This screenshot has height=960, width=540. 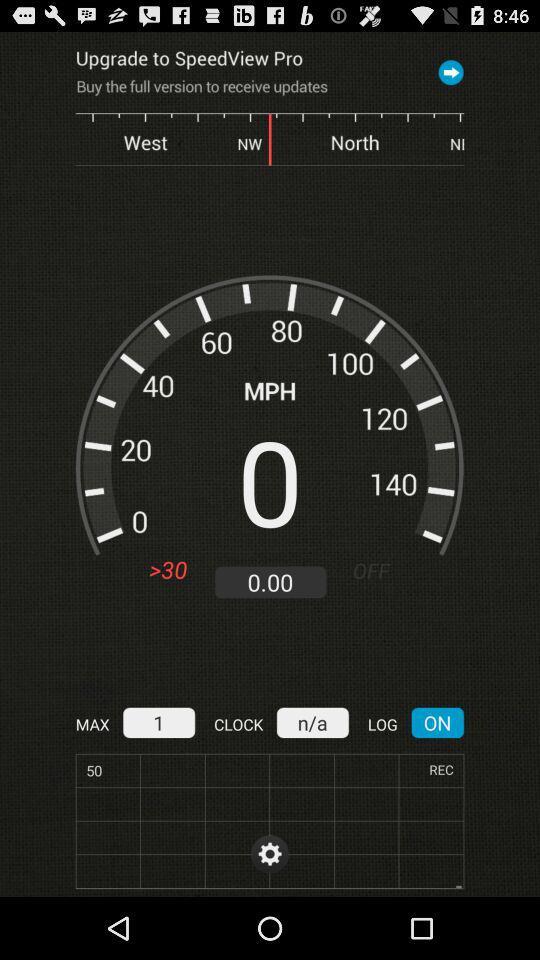 I want to click on item next to clock icon, so click(x=312, y=721).